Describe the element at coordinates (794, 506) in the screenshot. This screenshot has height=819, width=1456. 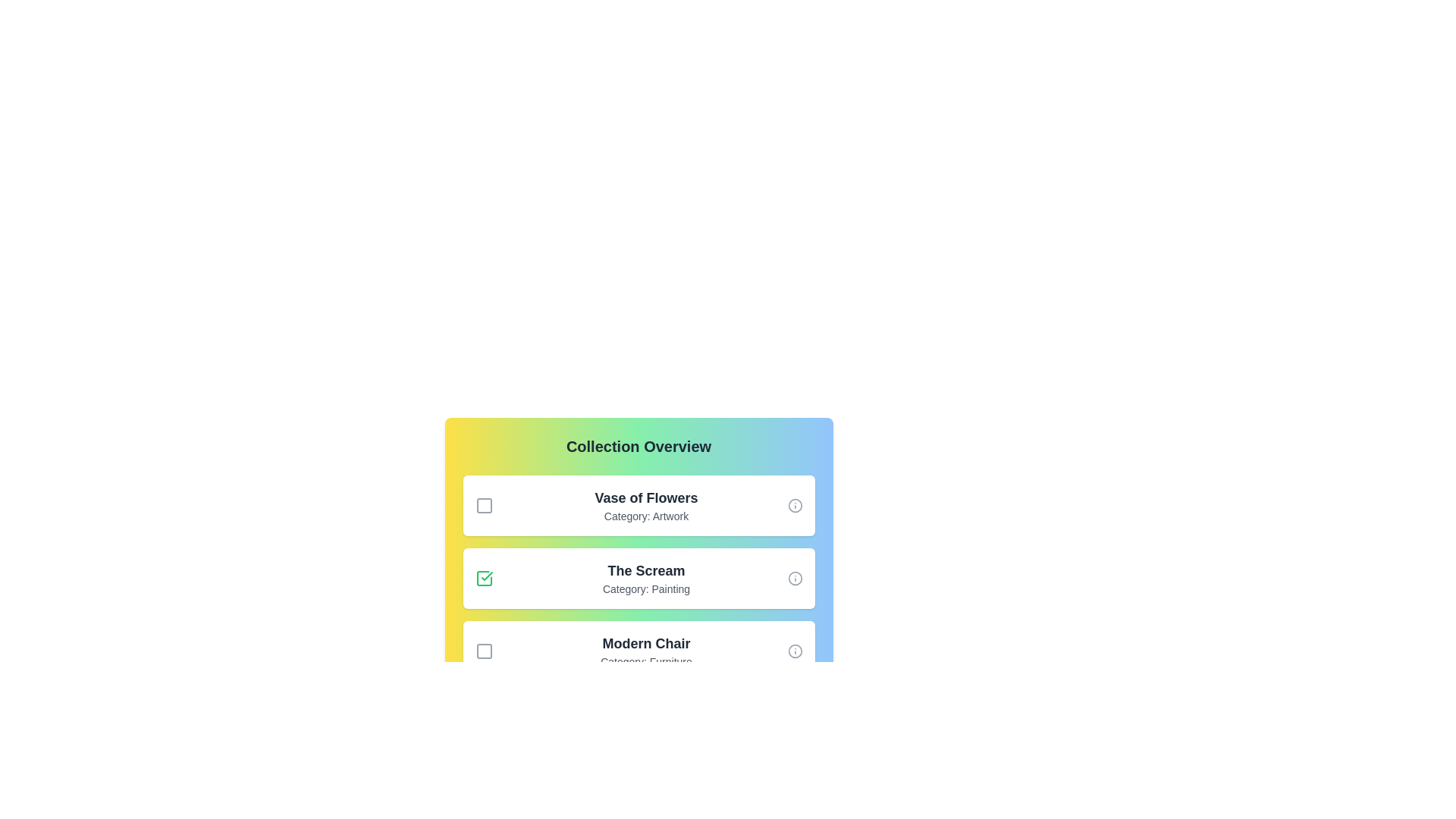
I see `the info icon next to the item 'Vase of Flowers' to view its details` at that location.